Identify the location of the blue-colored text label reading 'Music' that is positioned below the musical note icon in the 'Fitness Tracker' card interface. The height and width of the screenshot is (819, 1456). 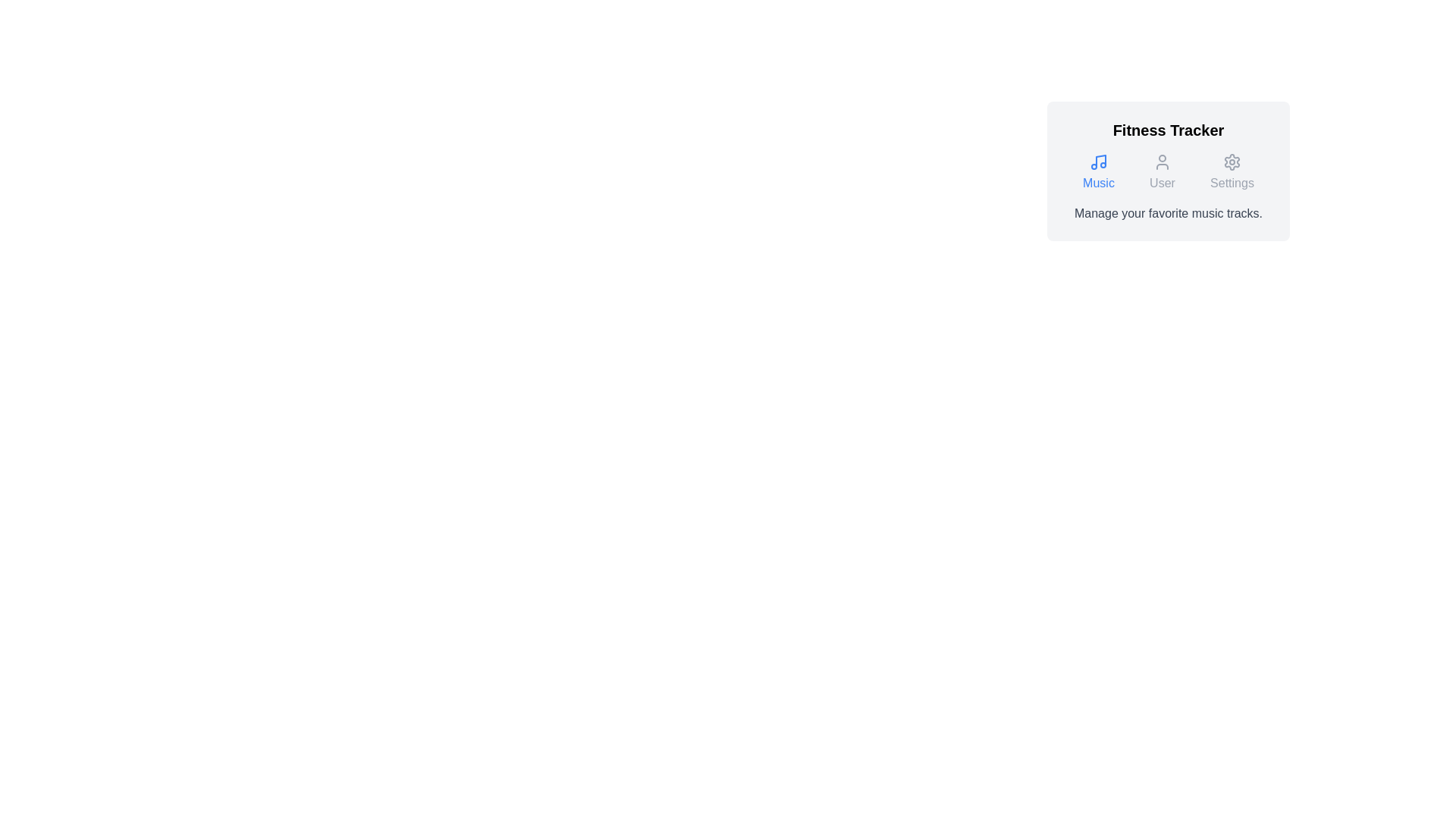
(1099, 183).